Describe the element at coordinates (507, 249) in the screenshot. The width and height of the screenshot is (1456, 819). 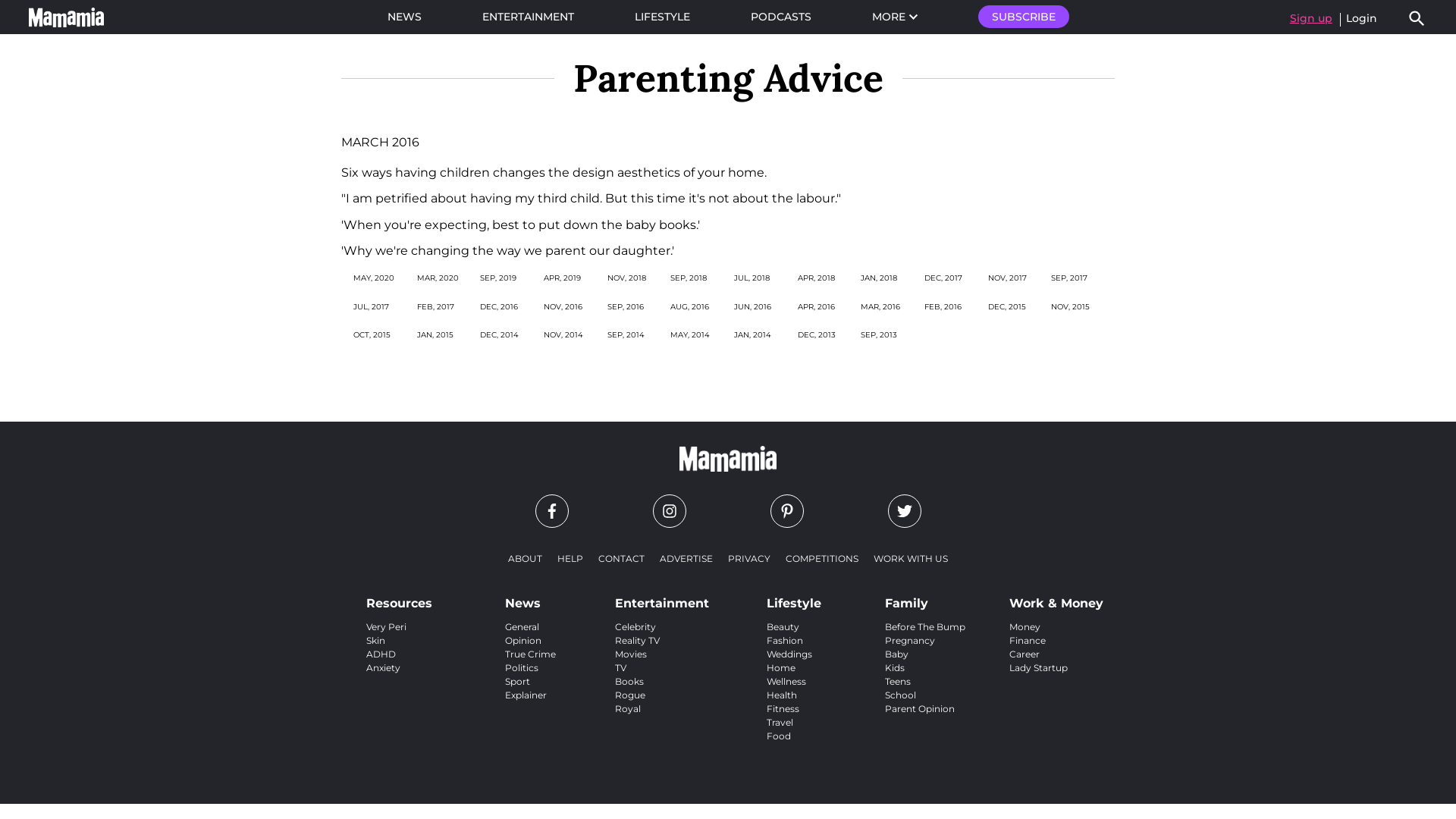
I see `''Why we're changing the way we parent our daughter.''` at that location.